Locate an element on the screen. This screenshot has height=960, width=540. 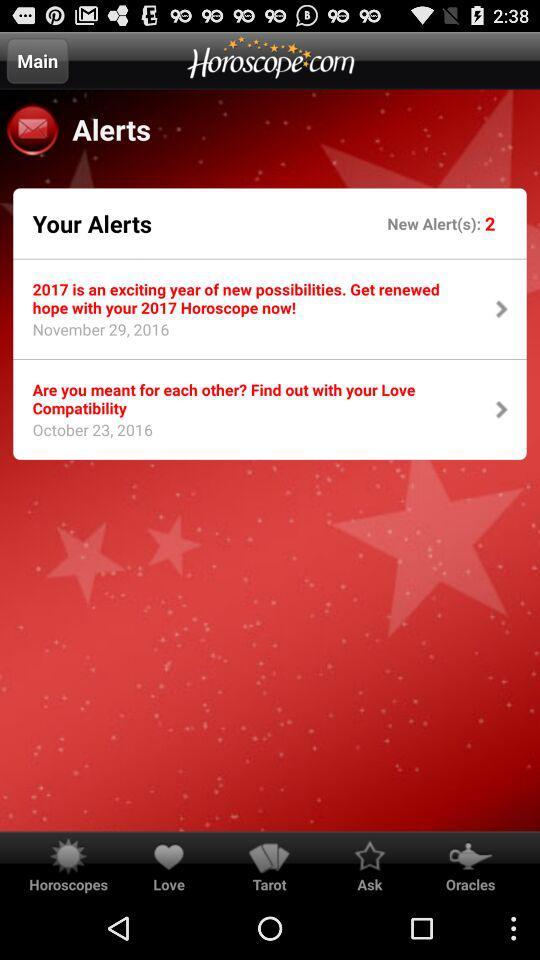
the icon above the are you meant item is located at coordinates (250, 297).